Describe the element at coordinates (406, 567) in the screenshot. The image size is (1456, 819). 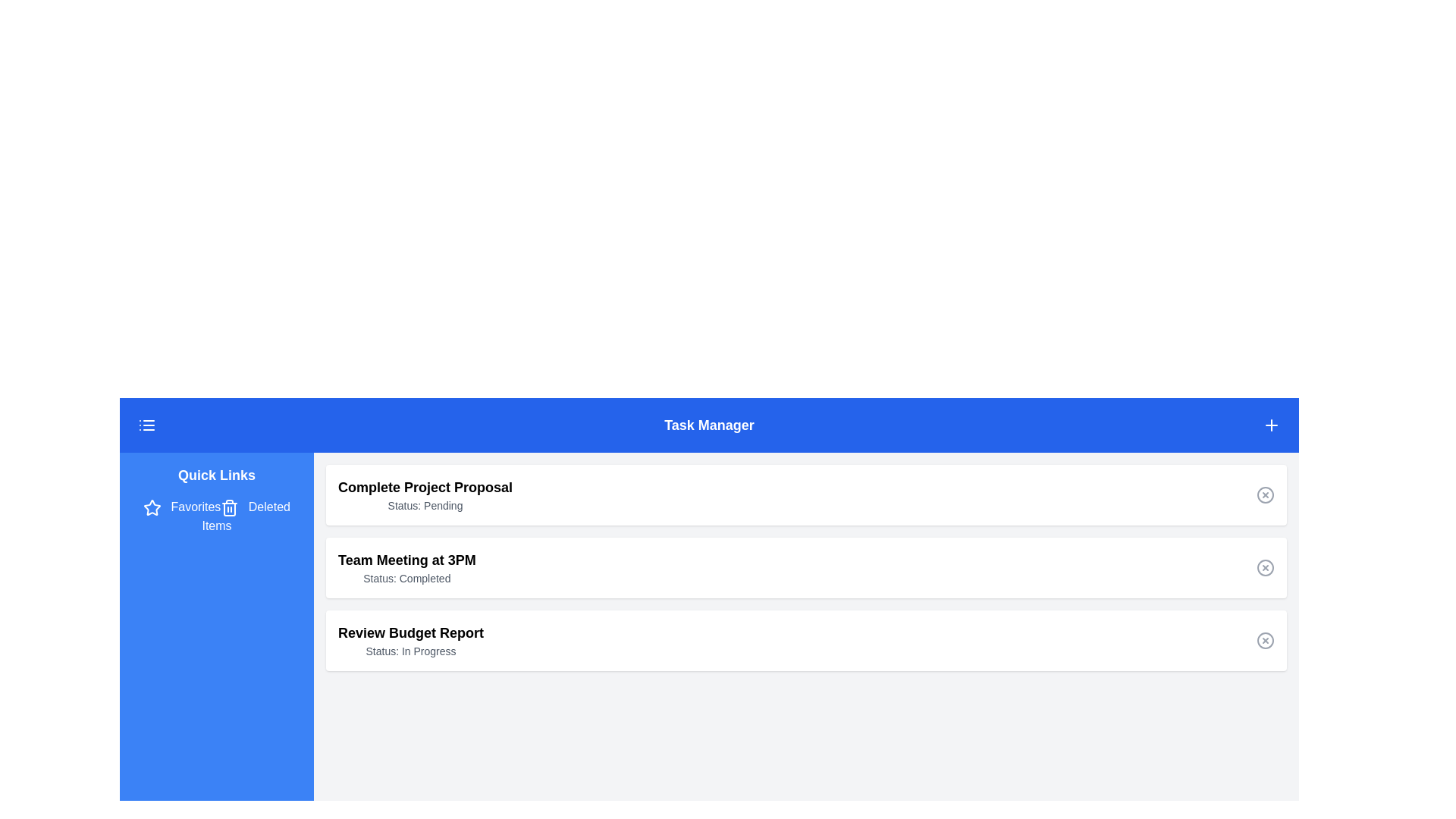
I see `the informational text block displaying 'Team Meeting at 3PM' and 'Status: Completed' in the task manager interface` at that location.